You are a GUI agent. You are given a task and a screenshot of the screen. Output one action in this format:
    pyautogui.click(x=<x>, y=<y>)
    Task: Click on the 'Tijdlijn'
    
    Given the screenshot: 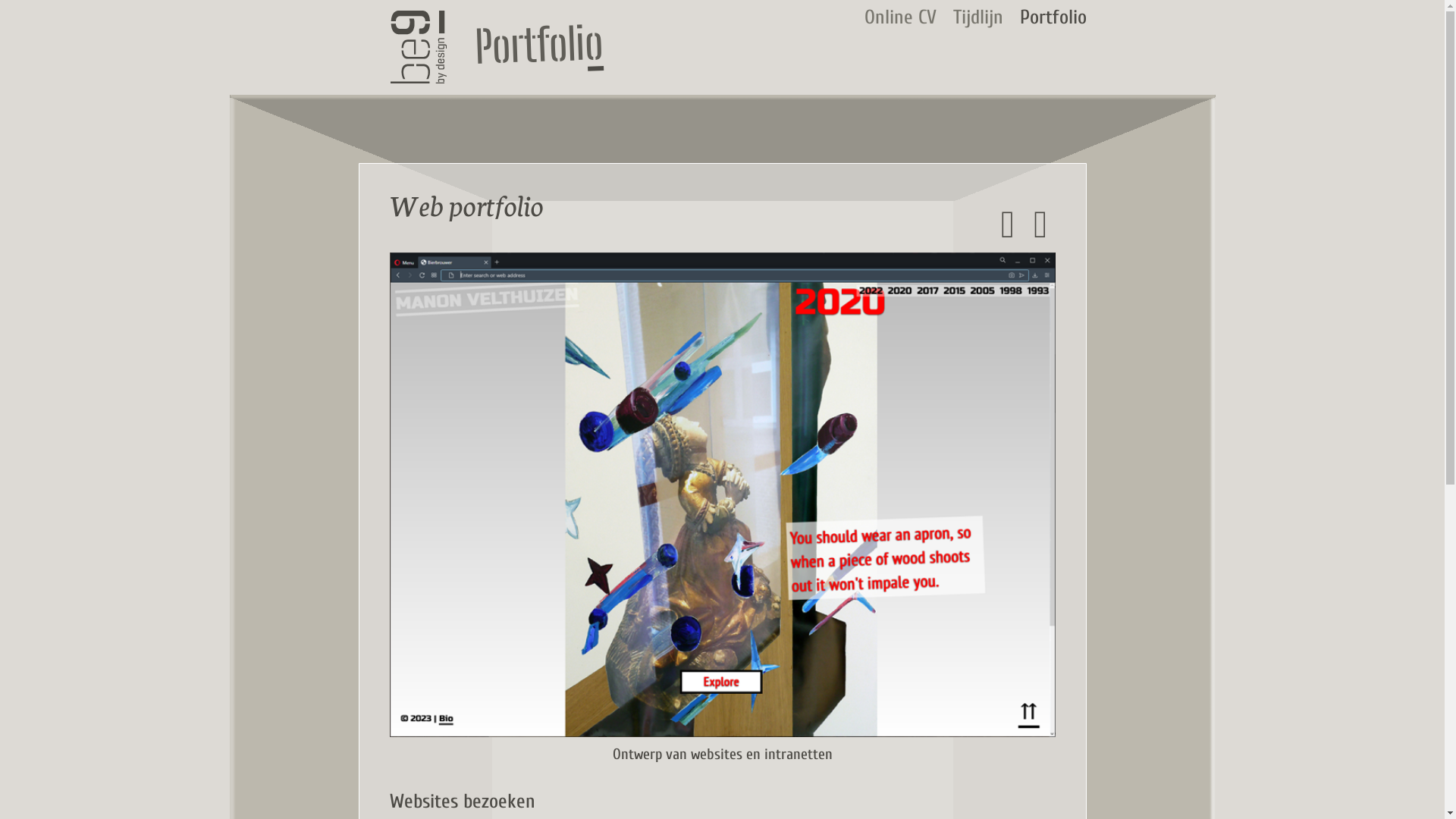 What is the action you would take?
    pyautogui.click(x=952, y=17)
    